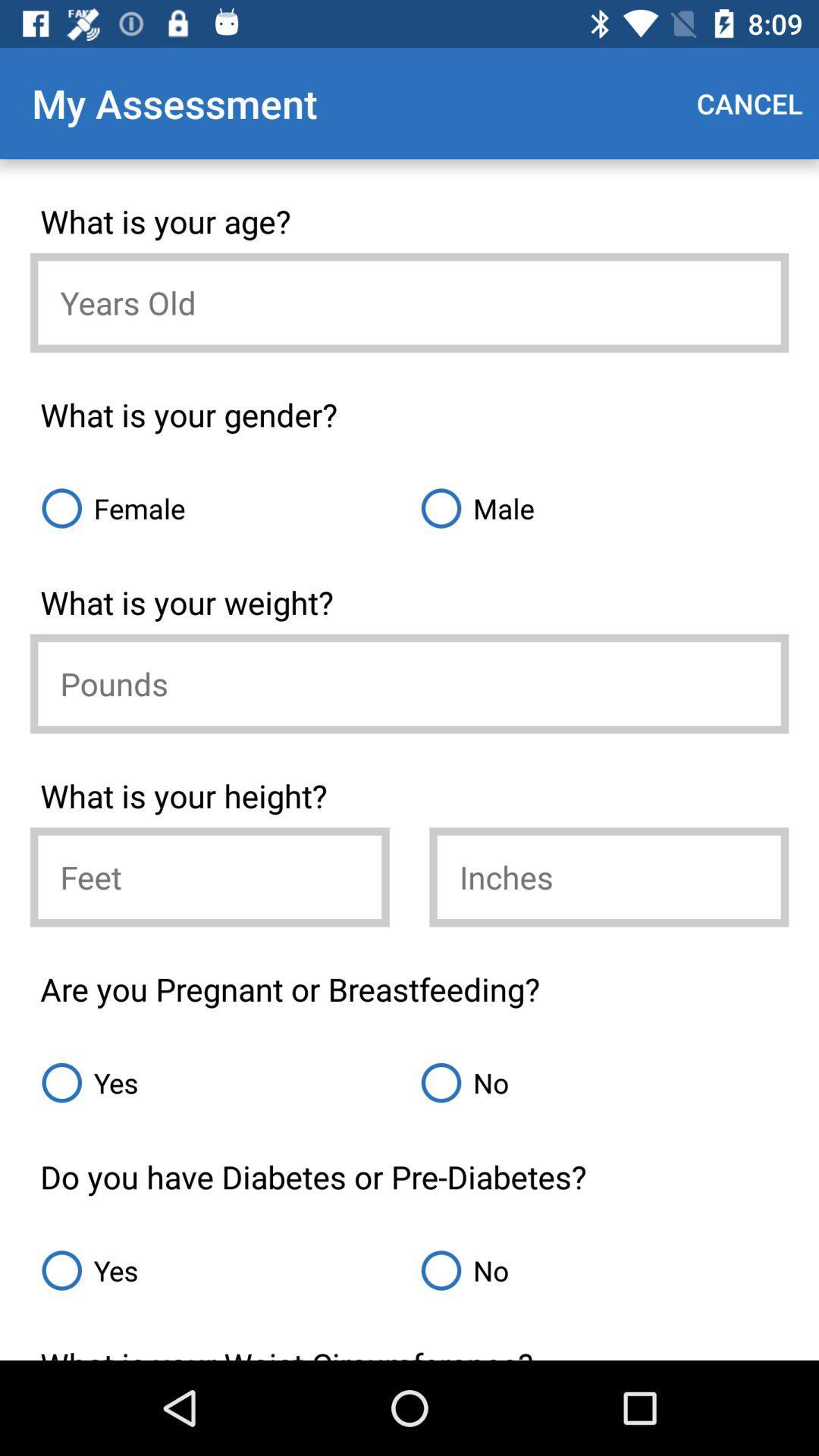 The height and width of the screenshot is (1456, 819). I want to click on your age, so click(409, 303).